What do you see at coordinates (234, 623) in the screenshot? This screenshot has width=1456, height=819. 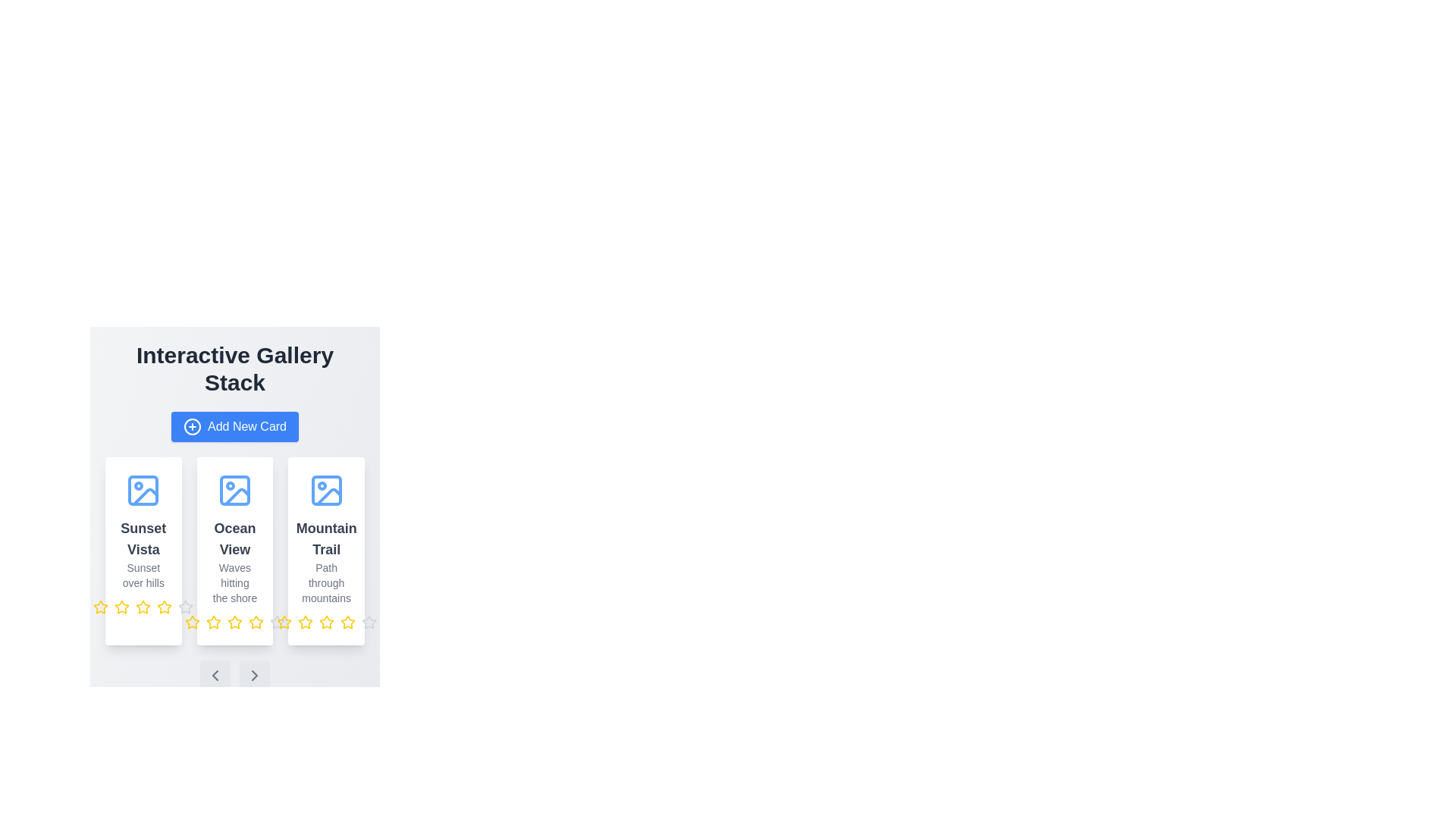 I see `the fourth star icon in the rating system below the 'Ocean View' card` at bounding box center [234, 623].